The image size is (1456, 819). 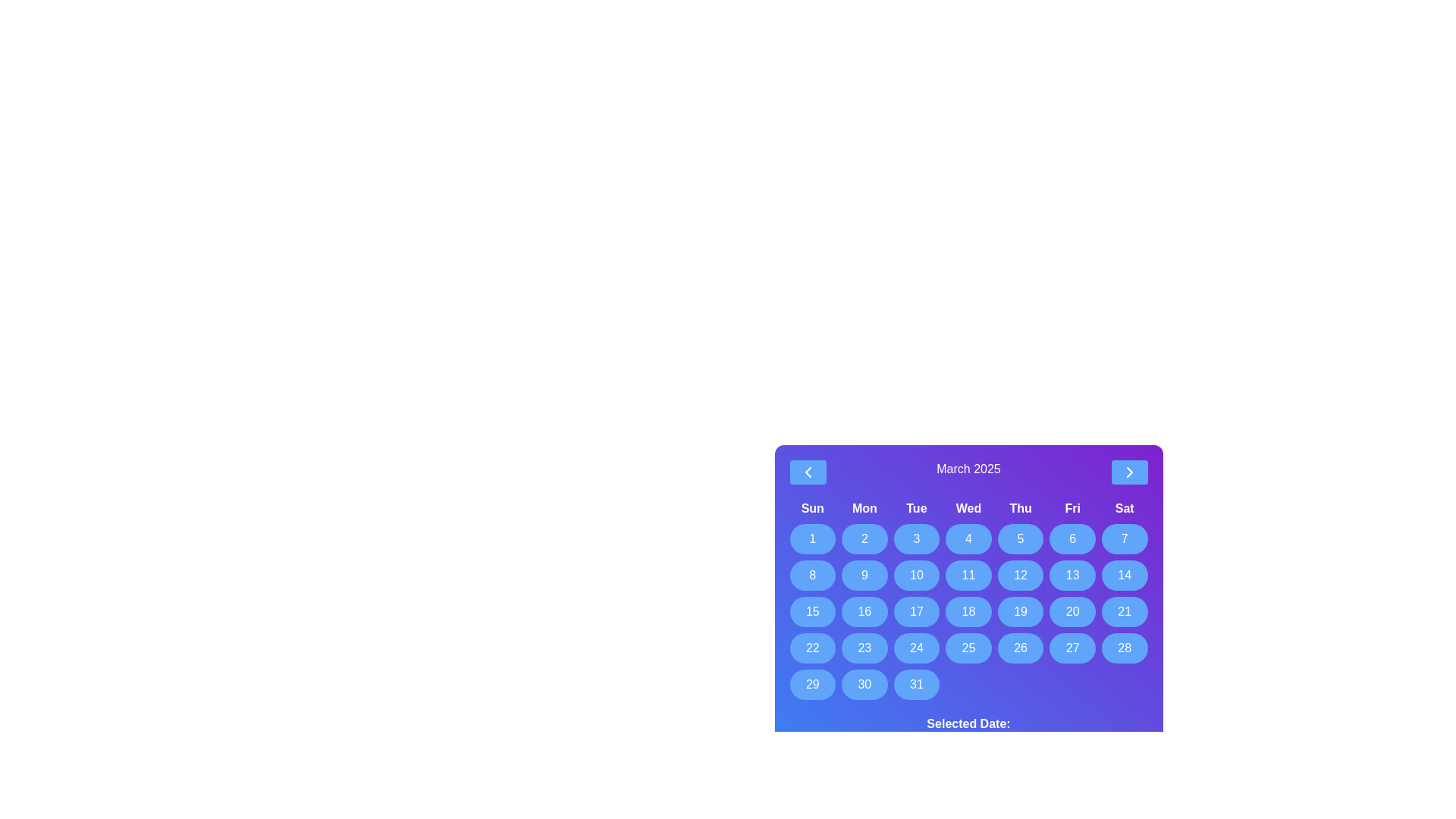 What do you see at coordinates (968, 598) in the screenshot?
I see `a specific date within the calendar grid located under the header 'March 2025'` at bounding box center [968, 598].